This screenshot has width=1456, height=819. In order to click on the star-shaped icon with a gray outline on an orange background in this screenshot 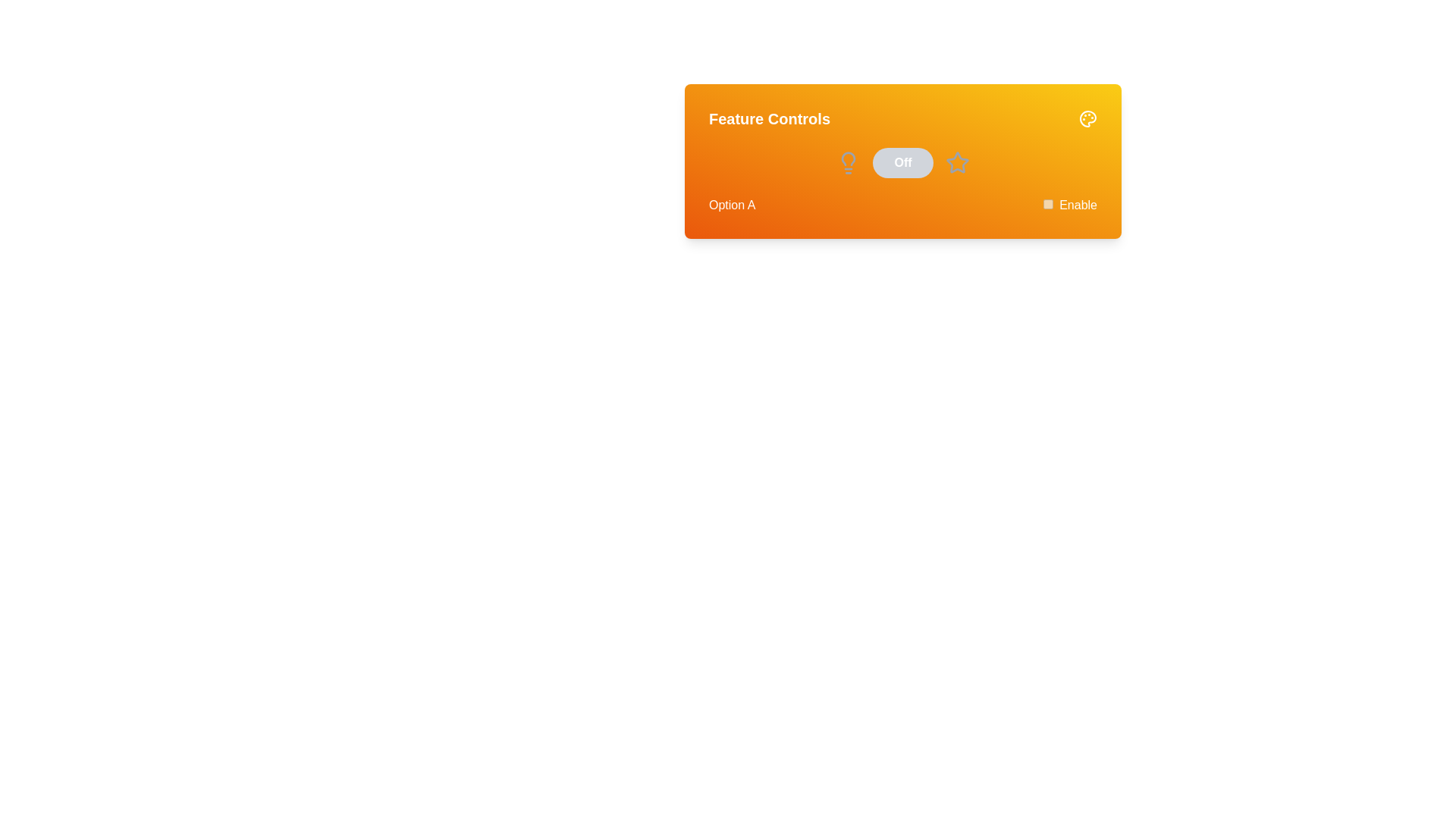, I will do `click(956, 162)`.